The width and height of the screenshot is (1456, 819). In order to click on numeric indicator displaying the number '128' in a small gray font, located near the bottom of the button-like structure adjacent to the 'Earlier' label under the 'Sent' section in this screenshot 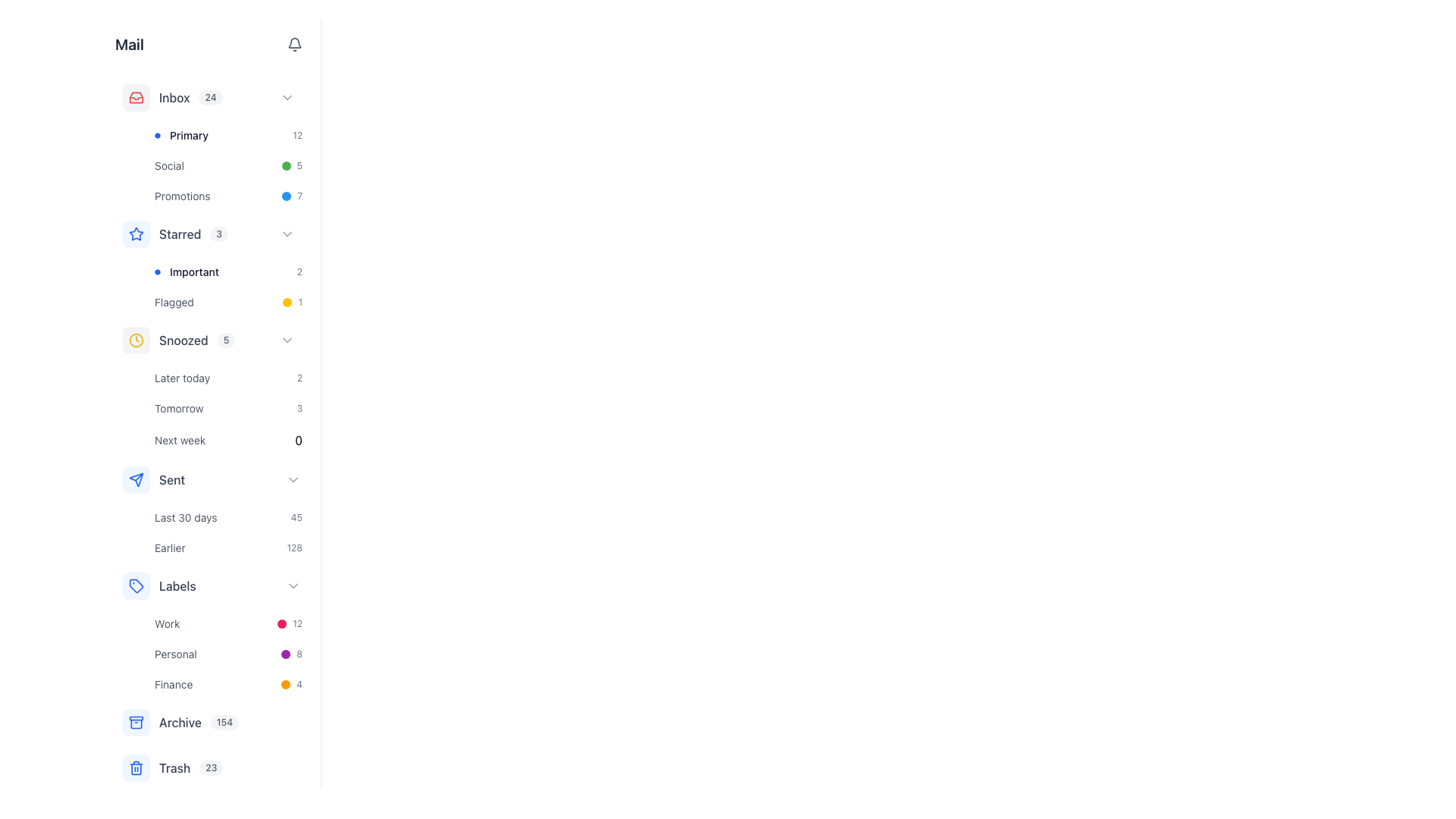, I will do `click(294, 548)`.